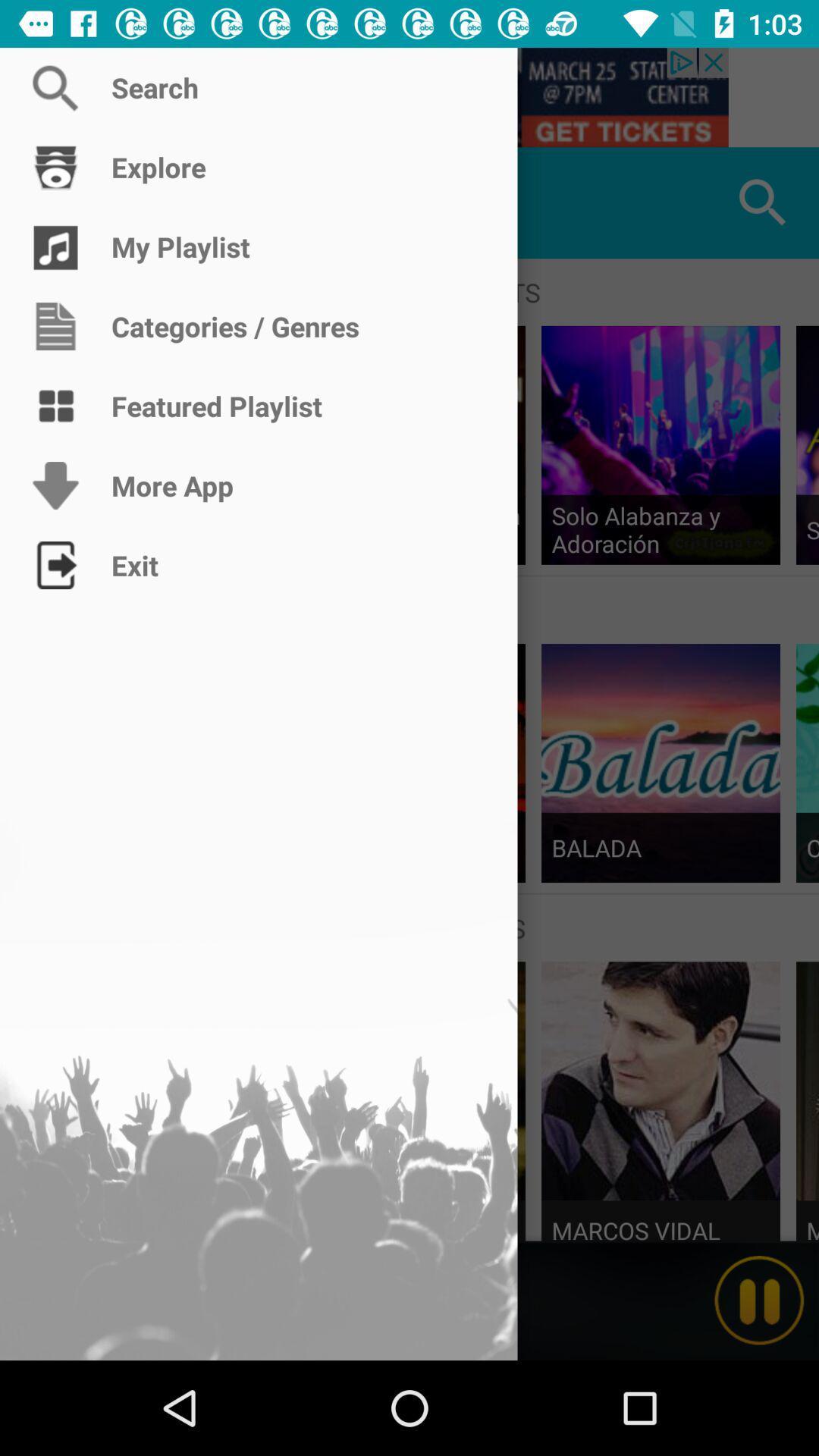 This screenshot has height=1456, width=819. I want to click on playlist, so click(55, 202).